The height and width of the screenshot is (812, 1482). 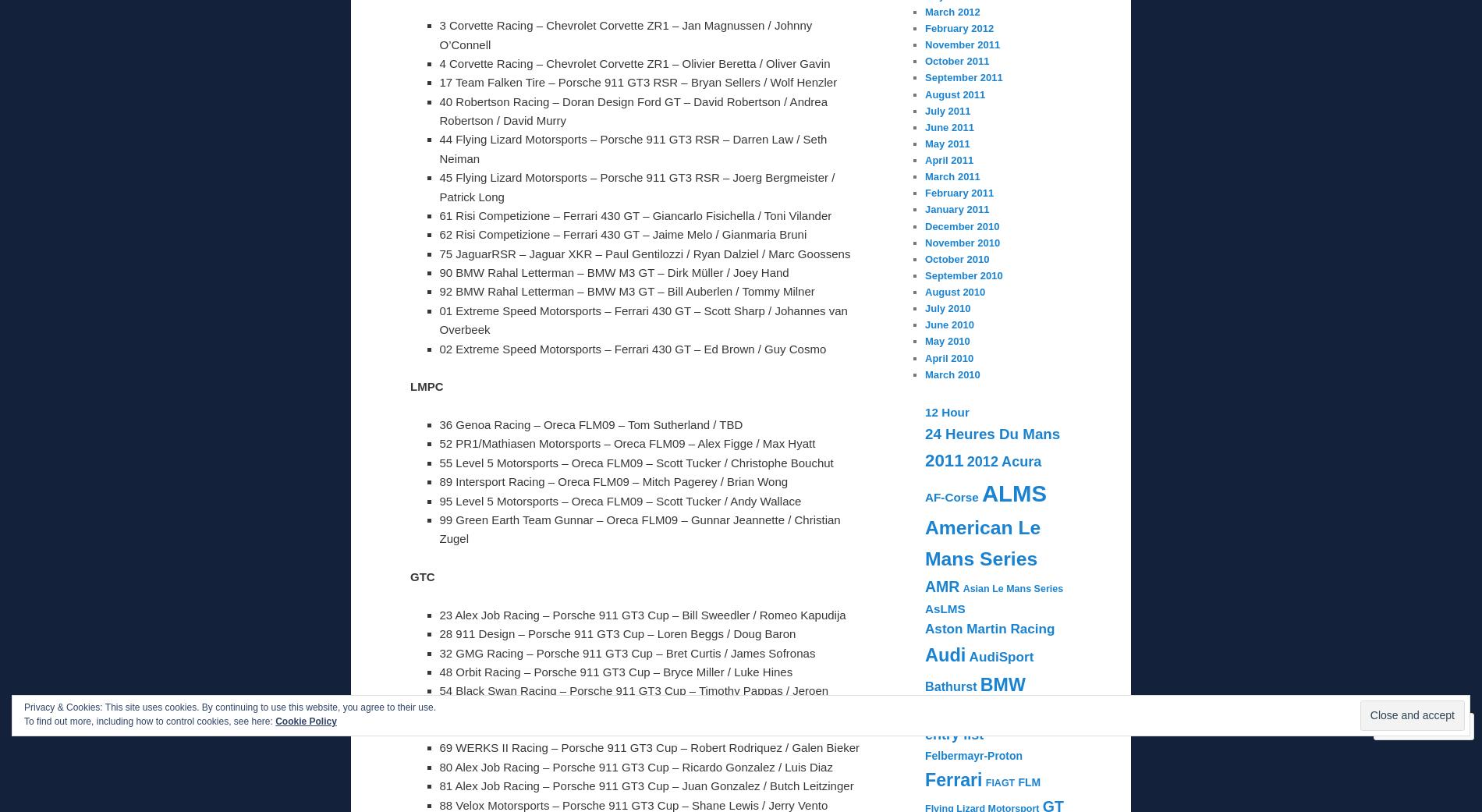 What do you see at coordinates (959, 192) in the screenshot?
I see `'February 2011'` at bounding box center [959, 192].